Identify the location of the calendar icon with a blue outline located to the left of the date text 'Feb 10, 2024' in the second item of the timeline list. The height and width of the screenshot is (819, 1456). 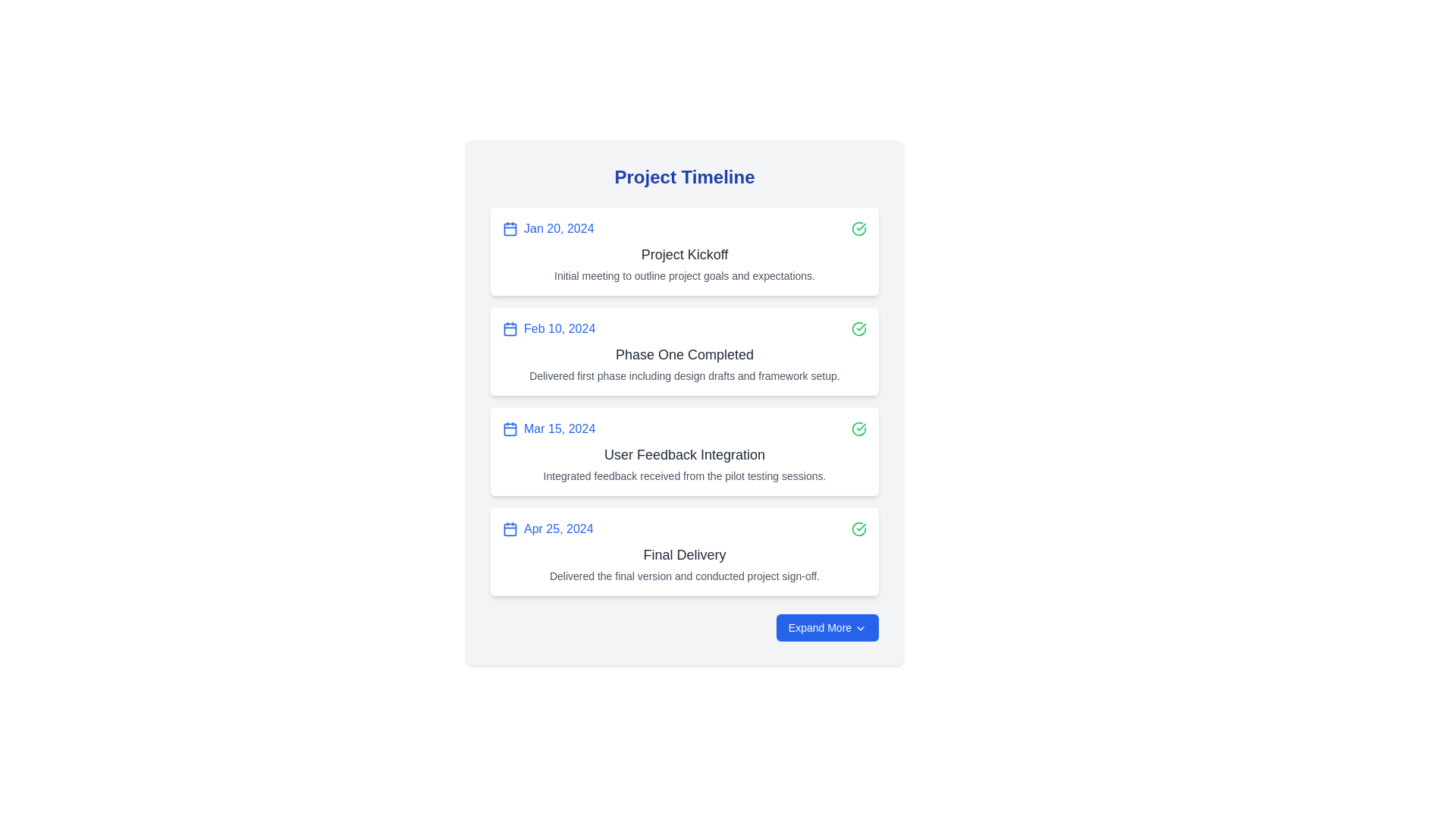
(510, 328).